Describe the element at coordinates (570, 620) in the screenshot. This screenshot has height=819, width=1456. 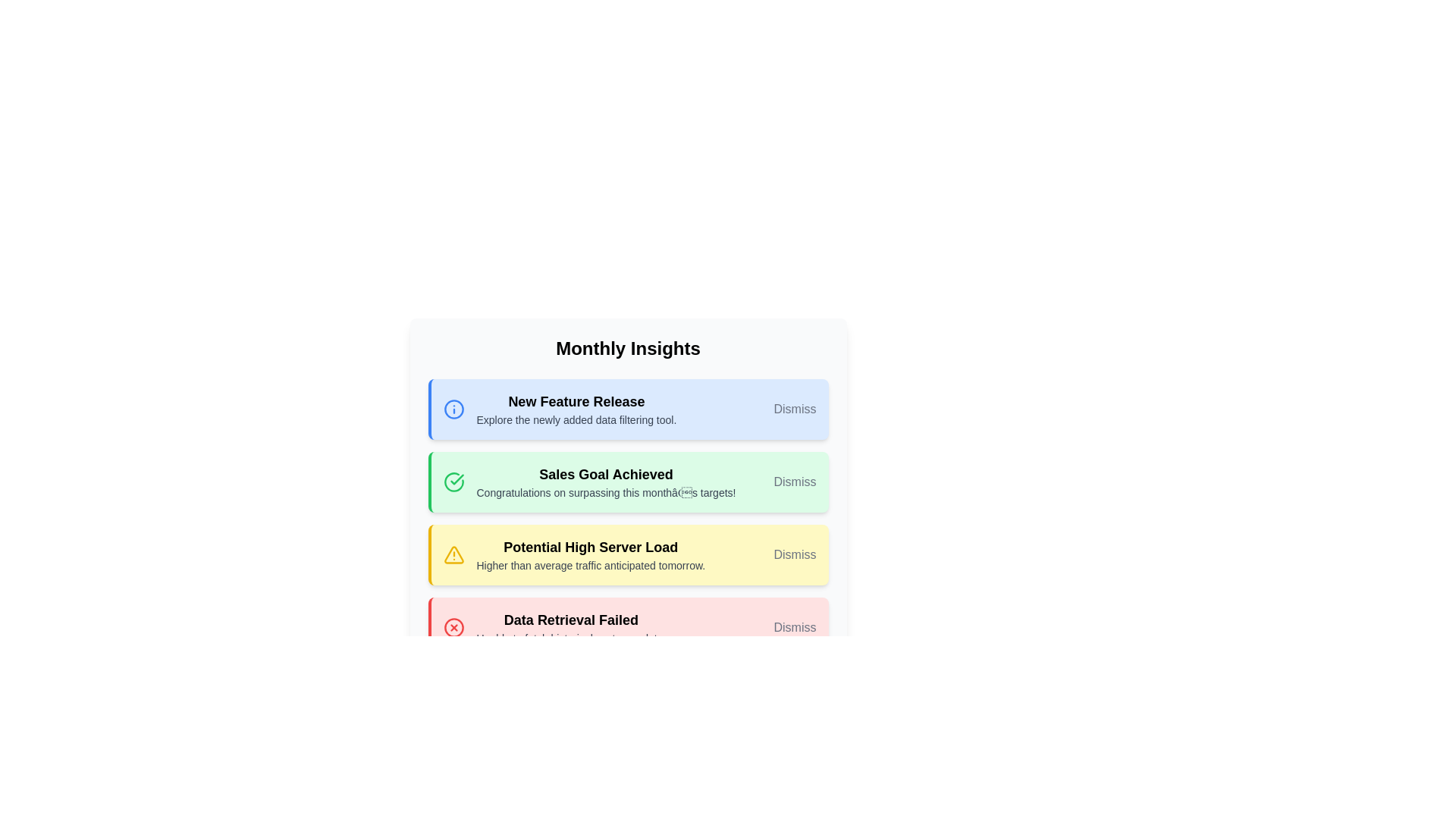
I see `the text label that reads 'Data Retrieval Failed', which is styled with bold, large-sized font and located in the fourth horizontal card of notification panels` at that location.